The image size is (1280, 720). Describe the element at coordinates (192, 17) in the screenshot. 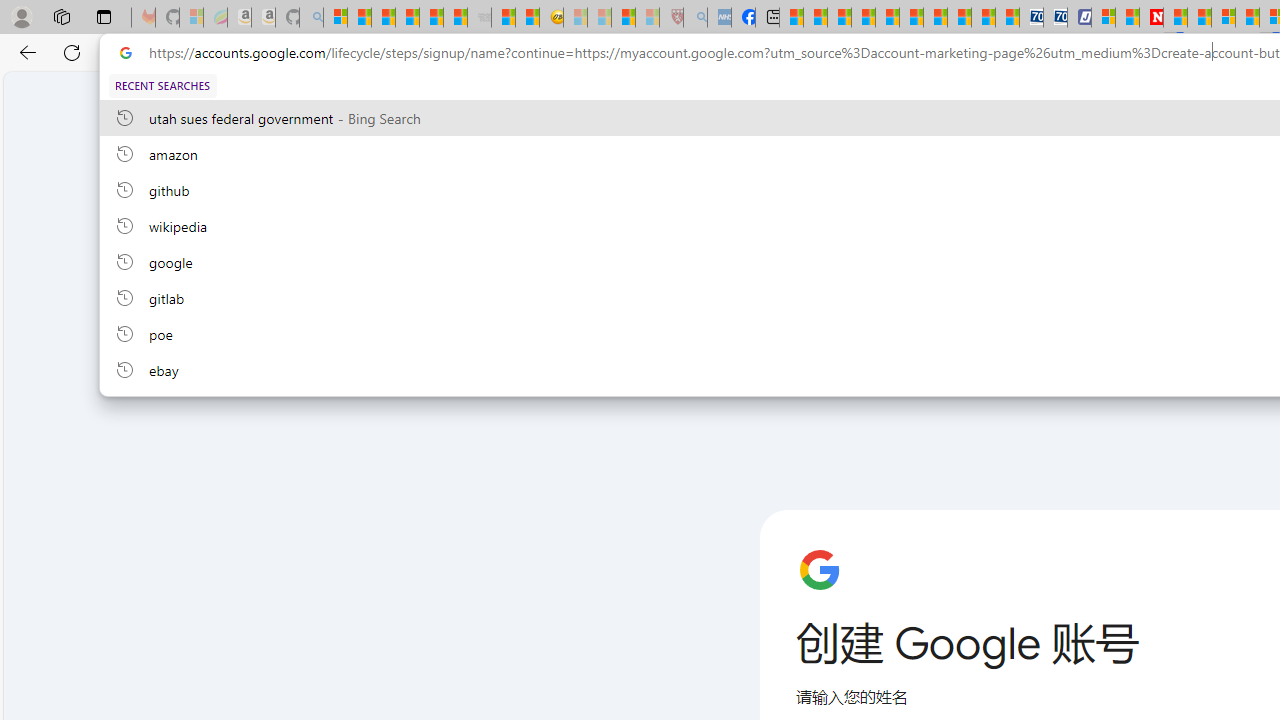

I see `'Microsoft-Report a Concern to Bing - Sleeping'` at that location.